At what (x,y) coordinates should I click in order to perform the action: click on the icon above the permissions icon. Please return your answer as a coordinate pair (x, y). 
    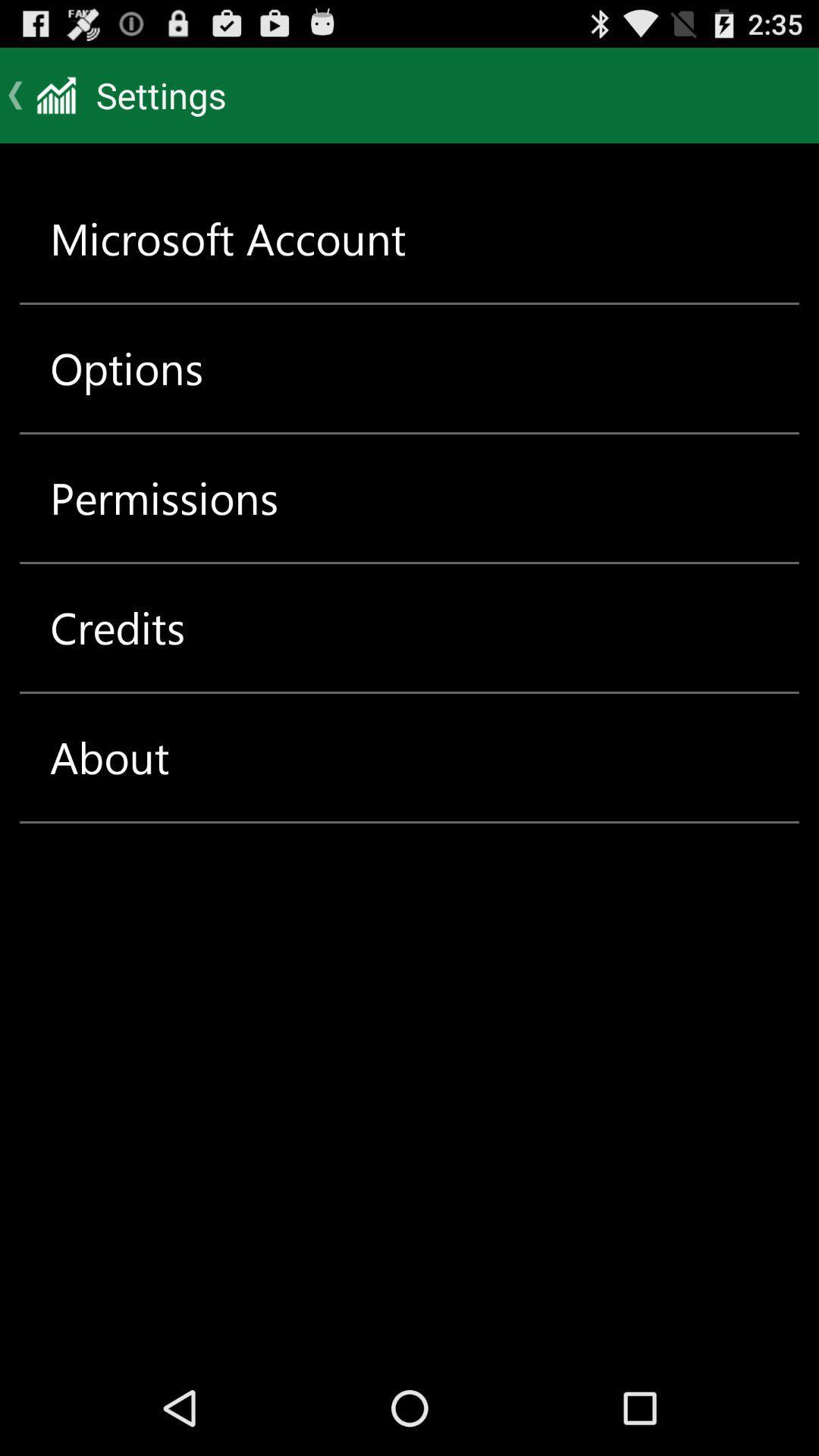
    Looking at the image, I should click on (126, 368).